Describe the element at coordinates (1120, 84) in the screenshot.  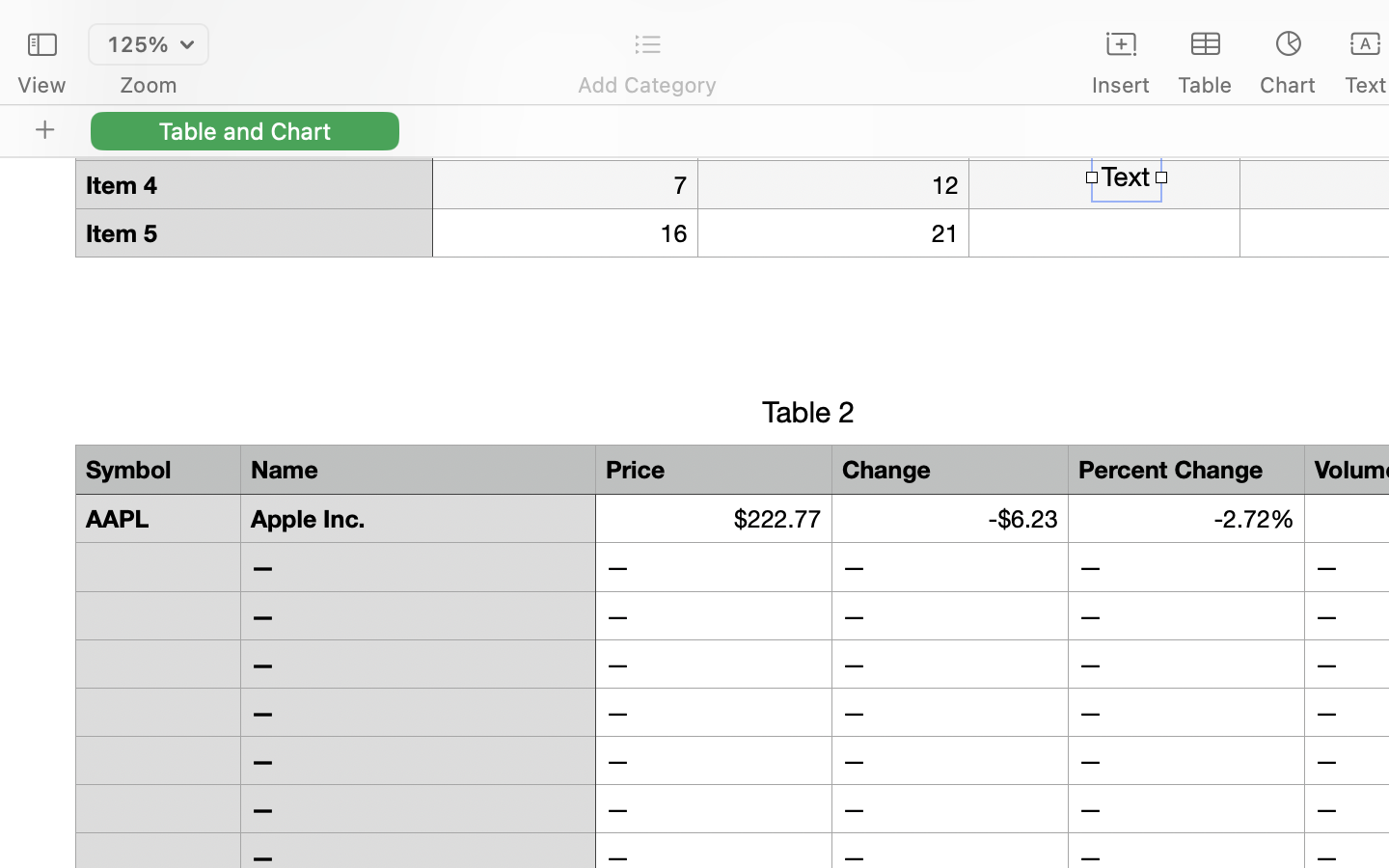
I see `'Insert'` at that location.